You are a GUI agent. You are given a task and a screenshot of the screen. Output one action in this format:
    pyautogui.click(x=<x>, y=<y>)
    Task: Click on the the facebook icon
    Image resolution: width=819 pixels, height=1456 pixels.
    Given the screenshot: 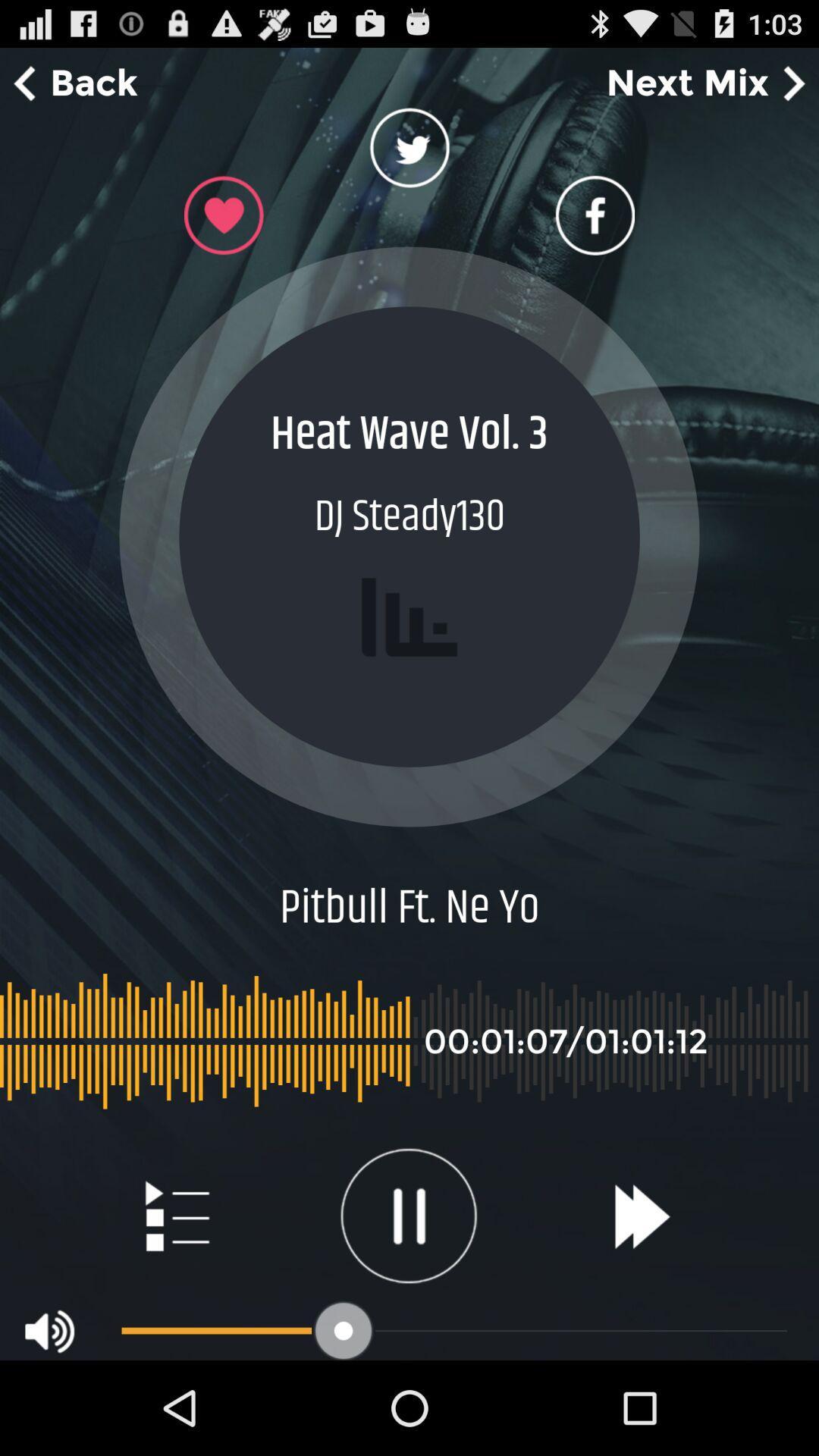 What is the action you would take?
    pyautogui.click(x=594, y=230)
    